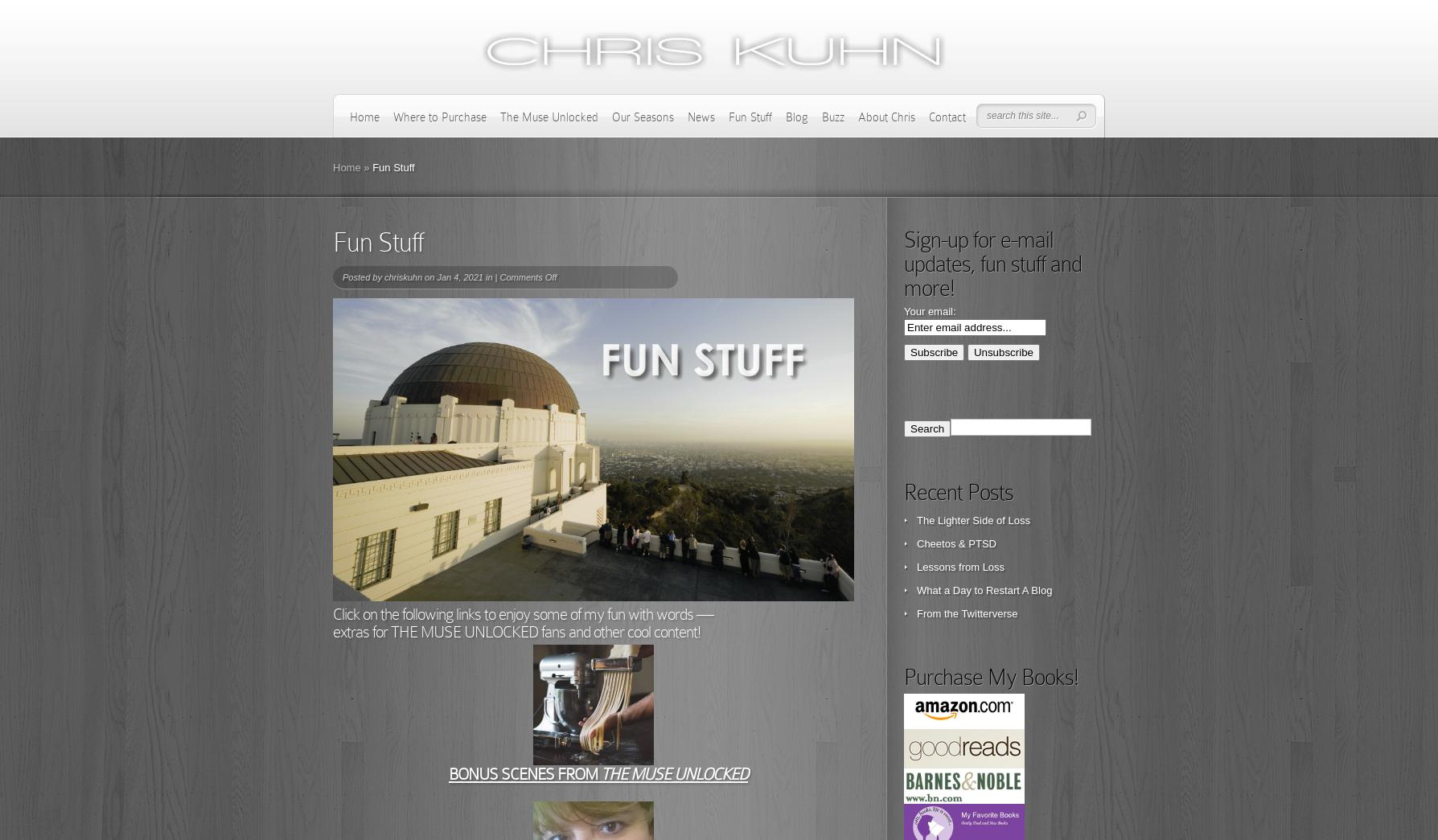 This screenshot has height=840, width=1438. I want to click on 'News', so click(701, 116).